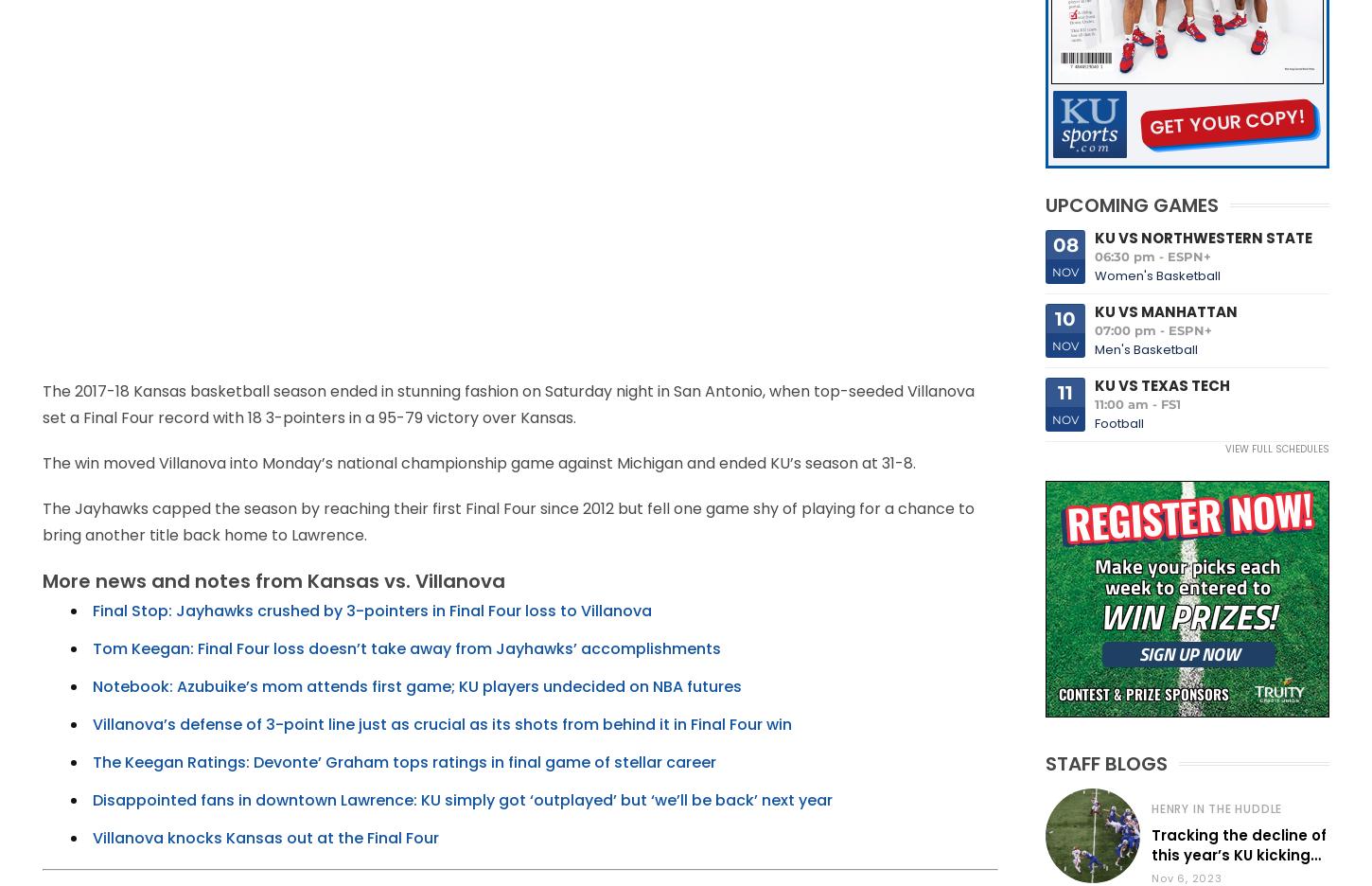  I want to click on 'The 2017-18 Kansas basketball season ended in stunning fashion on Saturday night in San Antonio, when top-seeded Villanova set a Final Four record with 18 3-pointers in a 95-79 victory over Kansas.', so click(42, 403).